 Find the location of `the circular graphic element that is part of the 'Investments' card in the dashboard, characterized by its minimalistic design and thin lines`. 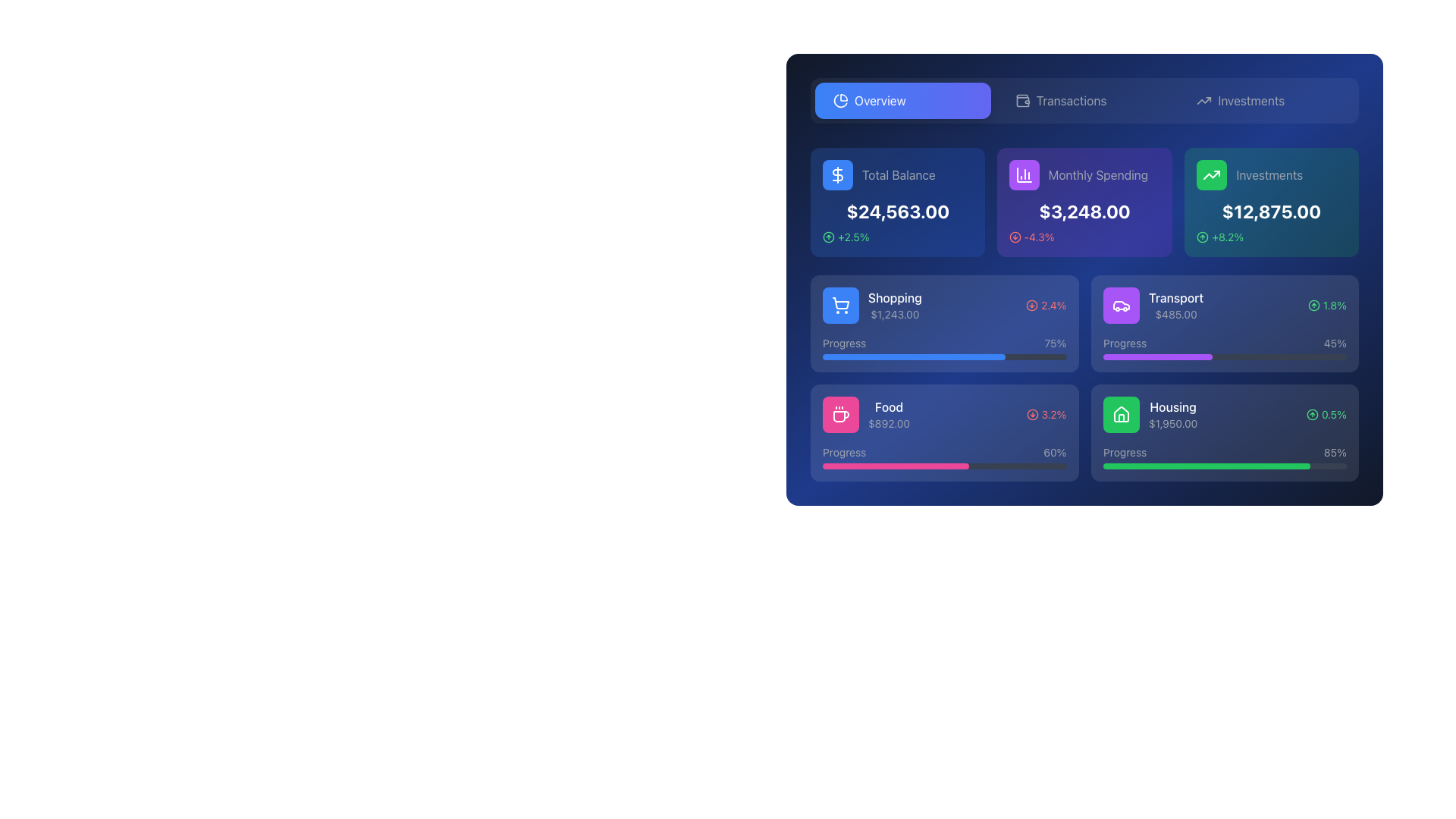

the circular graphic element that is part of the 'Investments' card in the dashboard, characterized by its minimalistic design and thin lines is located at coordinates (1201, 237).